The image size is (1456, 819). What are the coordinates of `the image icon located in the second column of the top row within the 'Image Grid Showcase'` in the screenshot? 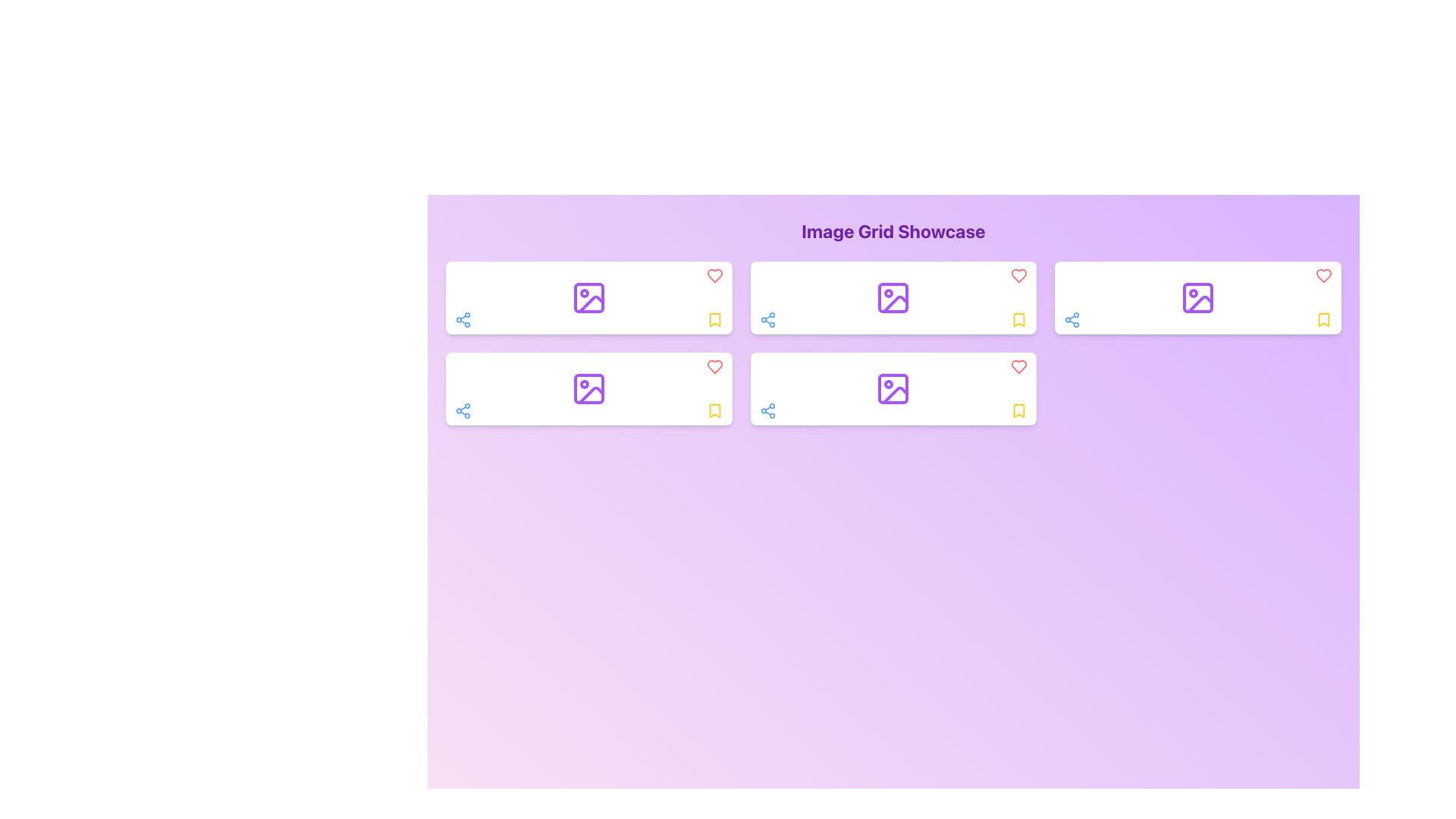 It's located at (893, 298).